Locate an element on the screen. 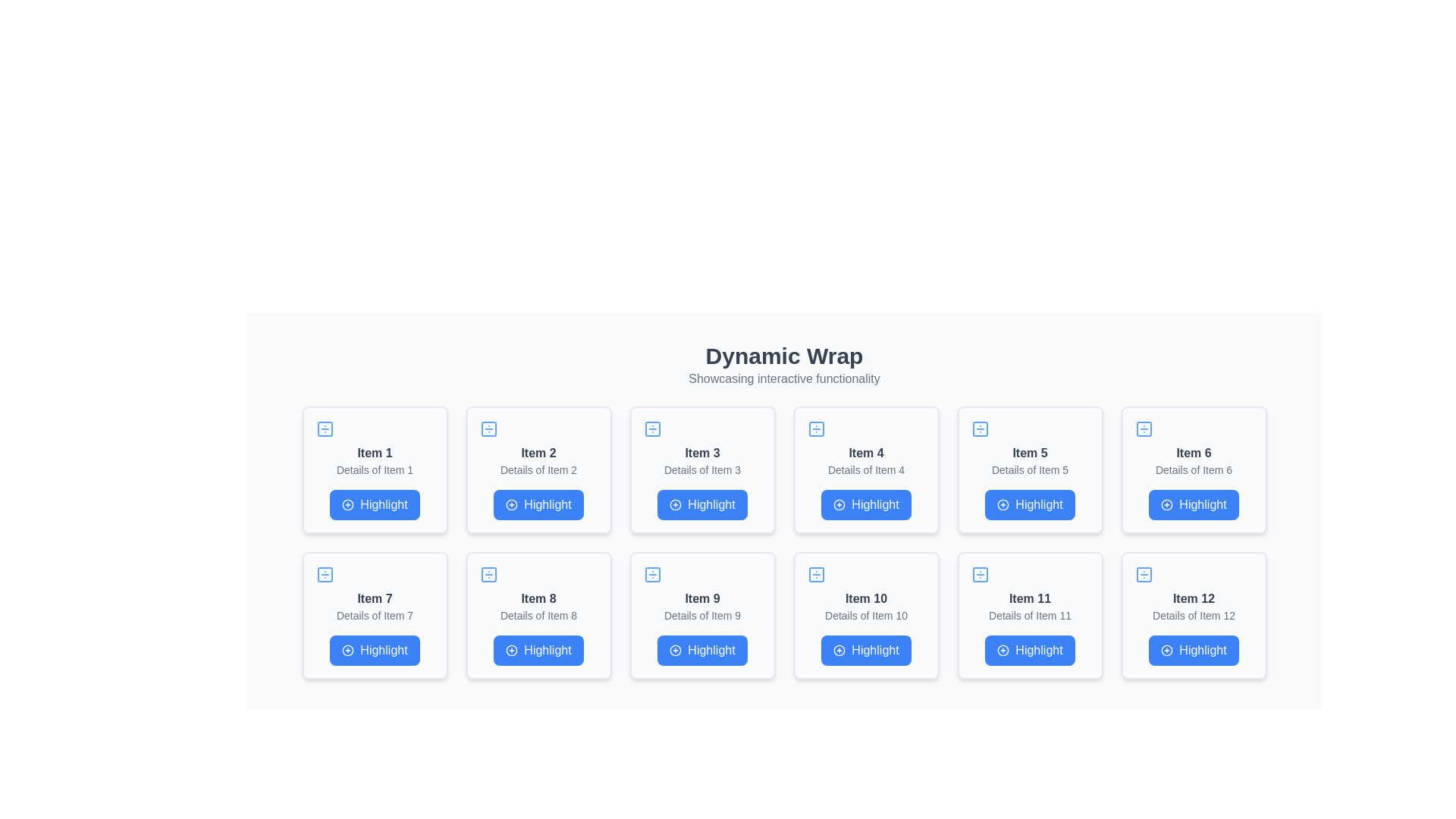 This screenshot has height=819, width=1456. the top-left icon inside the card labeled 'Item 12' located in the bottom-right corner of the grid layout is located at coordinates (1144, 575).